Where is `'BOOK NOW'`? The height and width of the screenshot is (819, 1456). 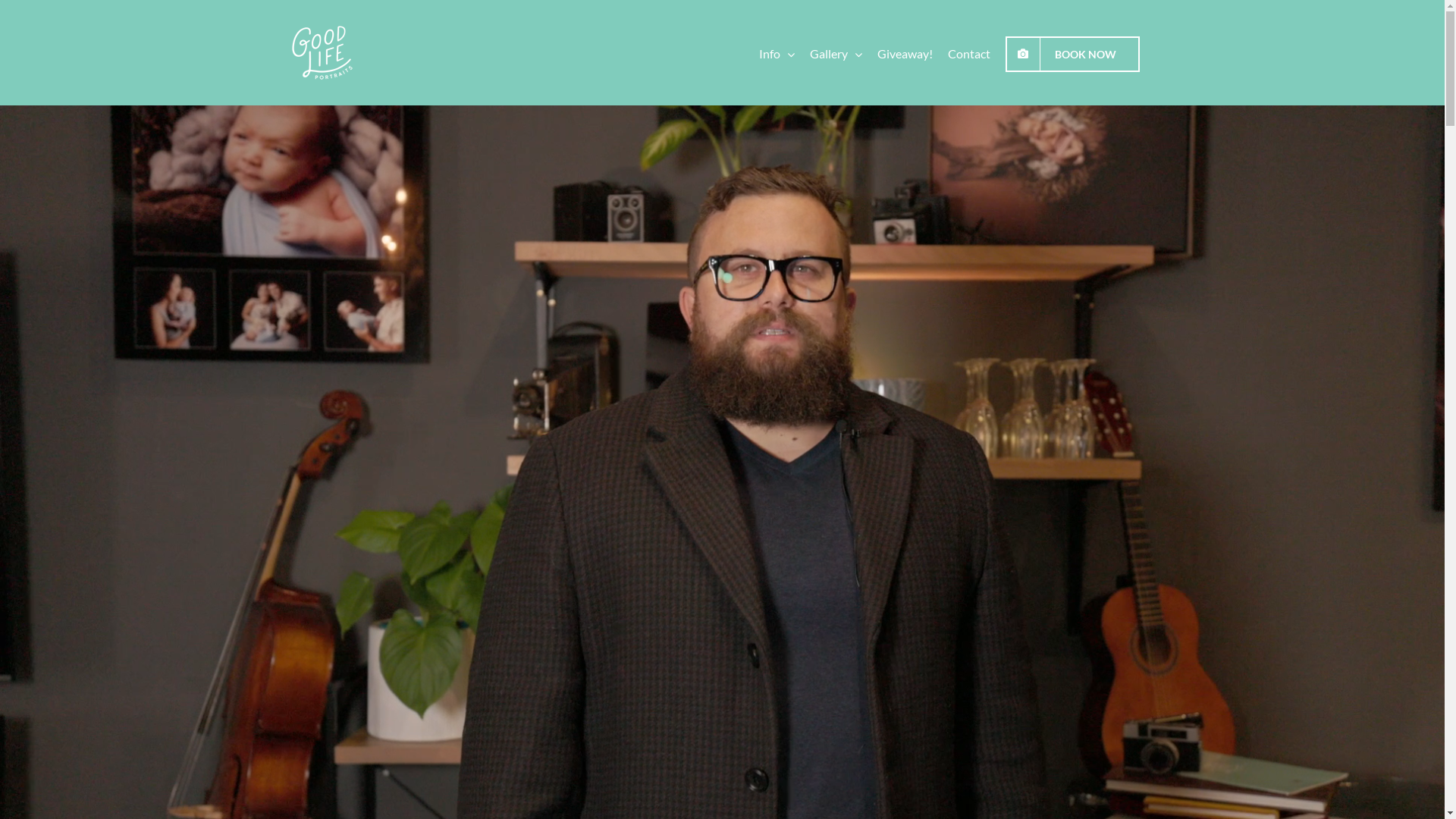 'BOOK NOW' is located at coordinates (1005, 52).